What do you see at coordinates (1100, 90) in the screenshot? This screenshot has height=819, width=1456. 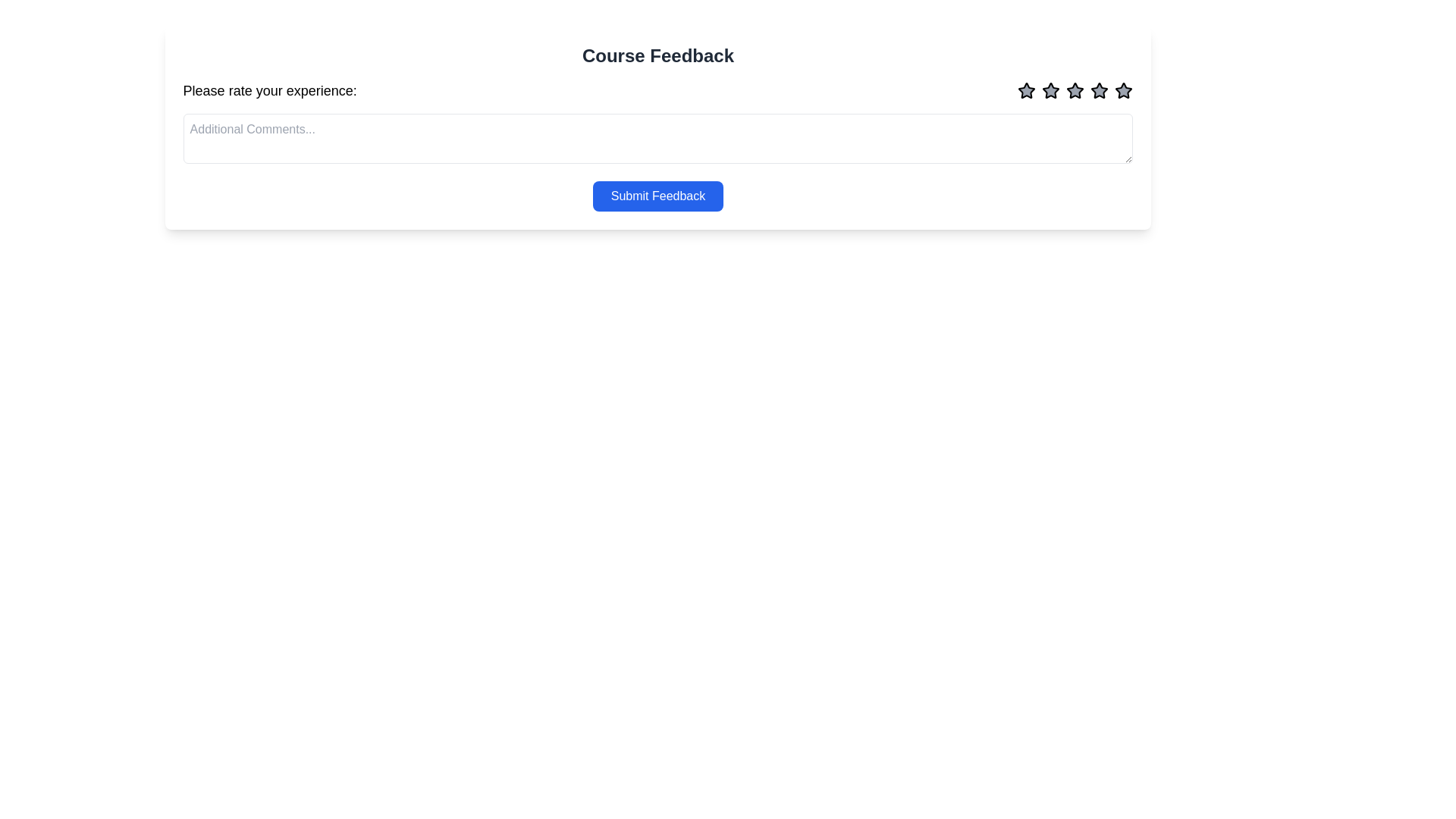 I see `the fourth star icon in the 'Course Feedback' rating system` at bounding box center [1100, 90].